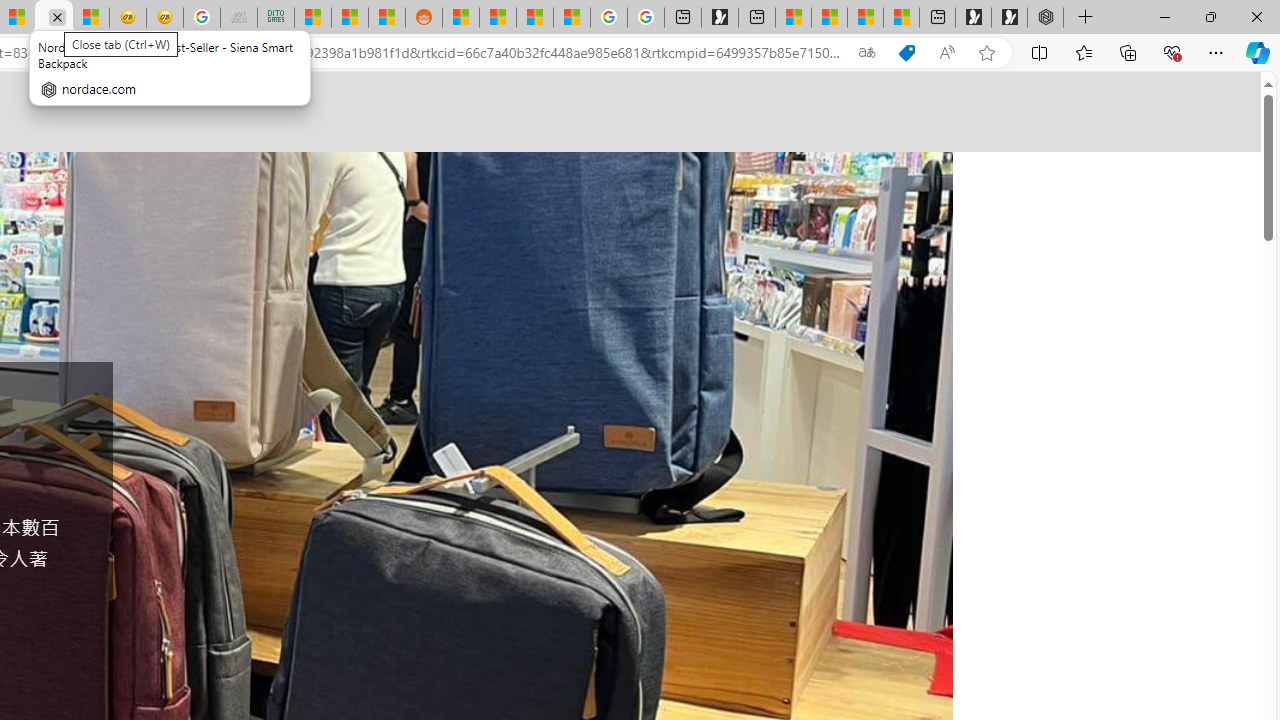 The height and width of the screenshot is (720, 1280). What do you see at coordinates (986, 52) in the screenshot?
I see `'Add this page to favorites (Ctrl+D)'` at bounding box center [986, 52].